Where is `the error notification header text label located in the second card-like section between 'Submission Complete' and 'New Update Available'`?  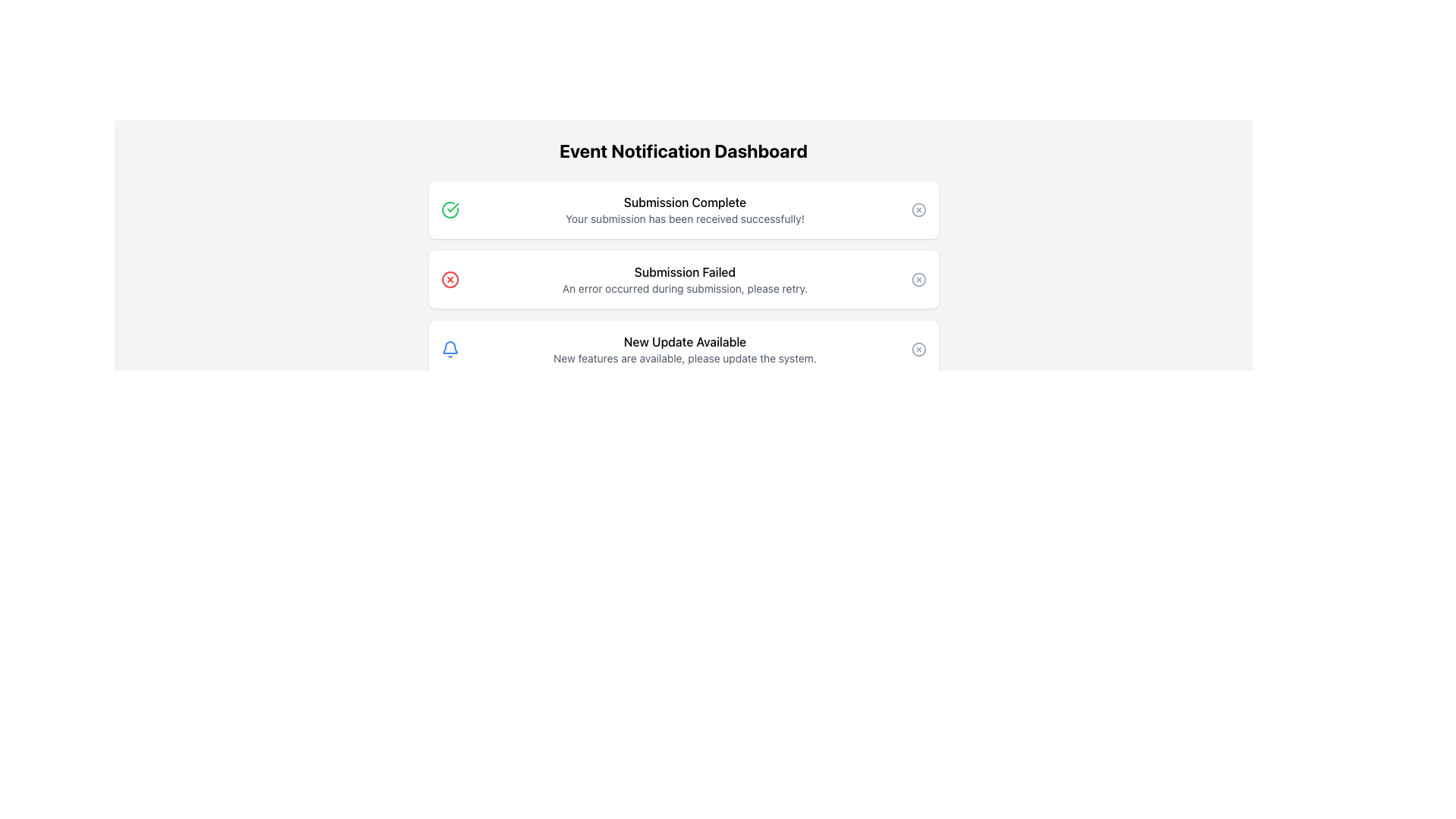 the error notification header text label located in the second card-like section between 'Submission Complete' and 'New Update Available' is located at coordinates (684, 271).